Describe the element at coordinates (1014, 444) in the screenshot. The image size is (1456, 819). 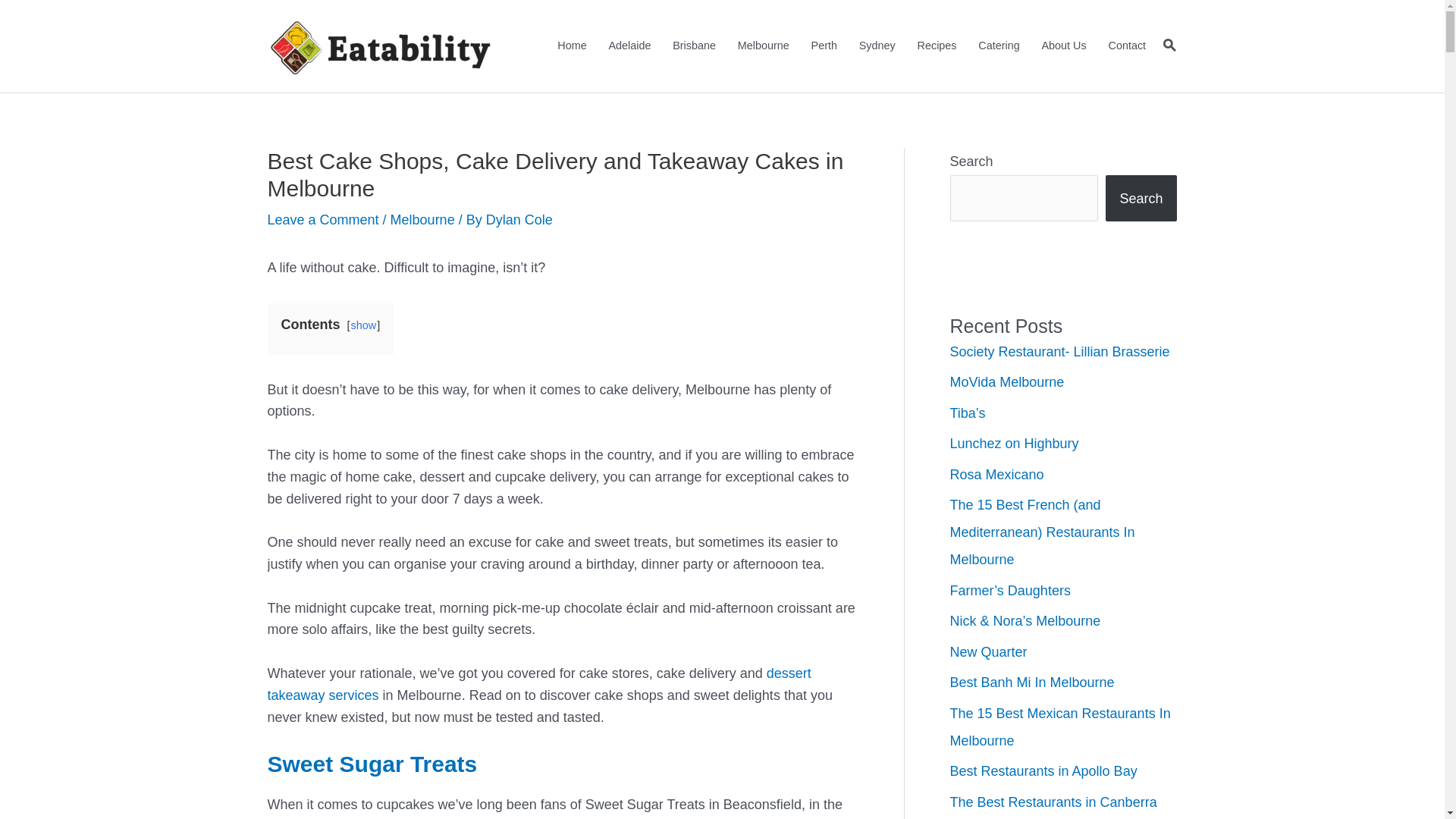
I see `'Lunchez on Highbury'` at that location.